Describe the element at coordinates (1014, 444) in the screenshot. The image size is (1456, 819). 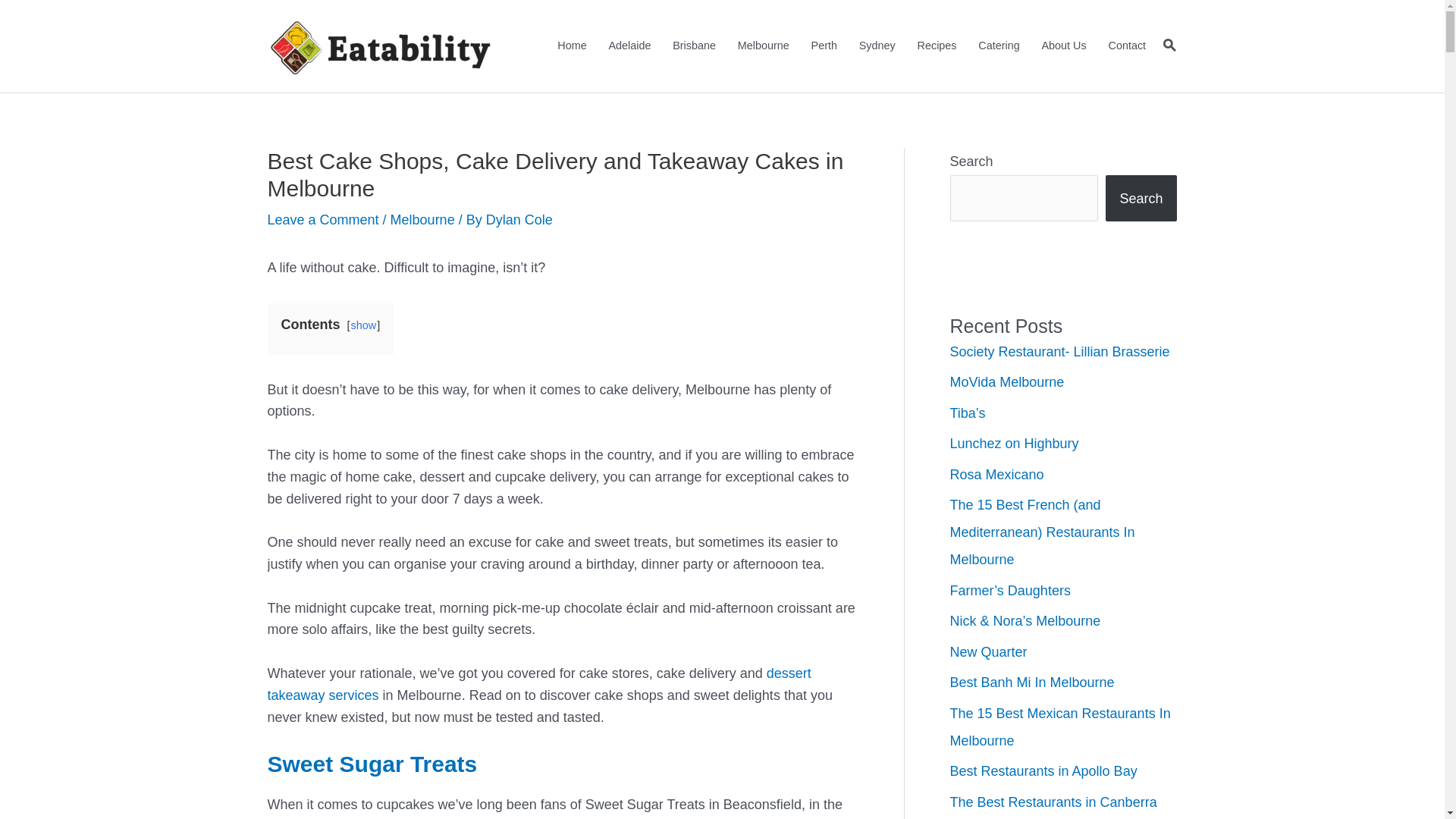
I see `'Lunchez on Highbury'` at that location.